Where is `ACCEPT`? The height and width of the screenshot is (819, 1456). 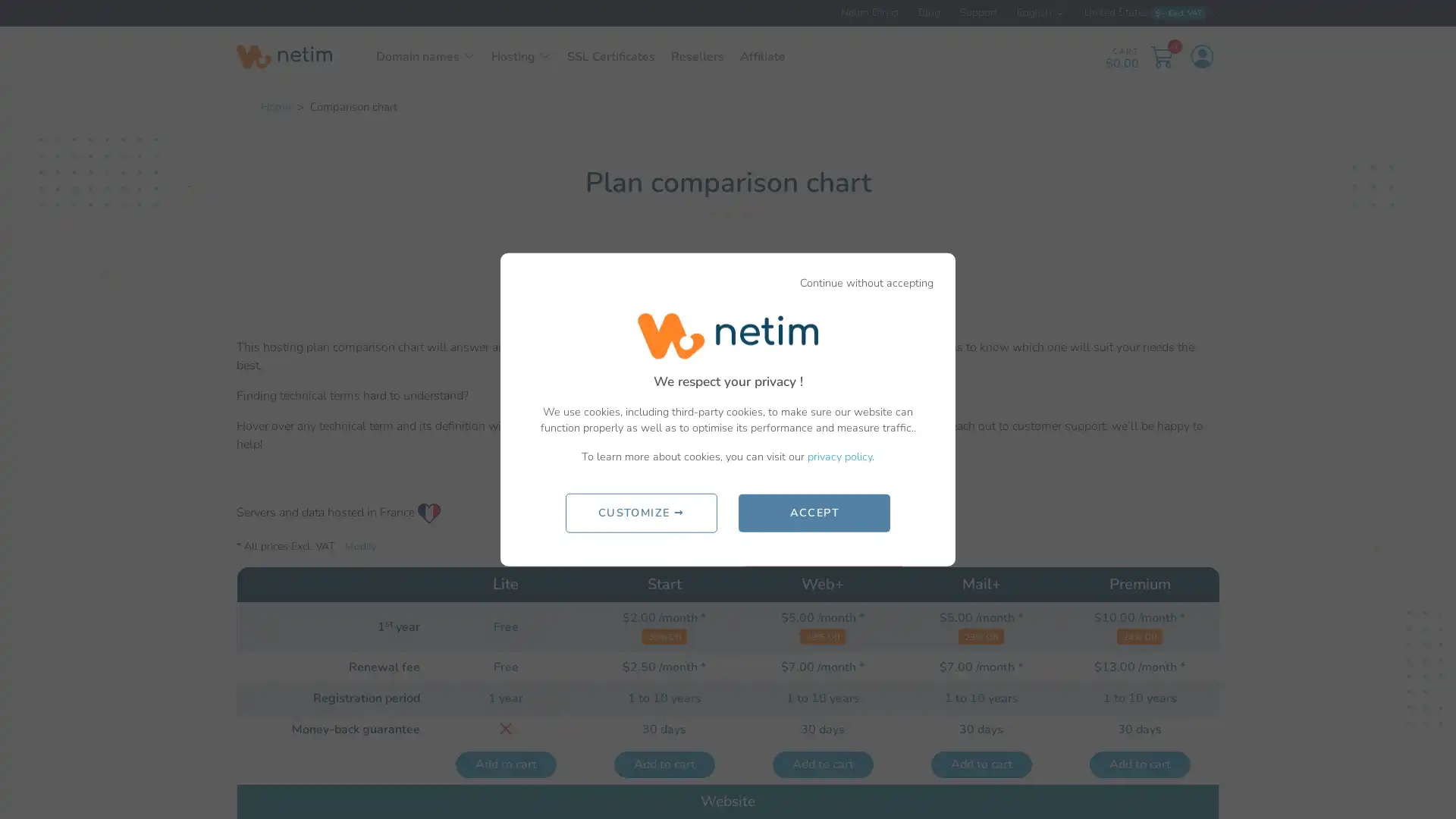
ACCEPT is located at coordinates (814, 512).